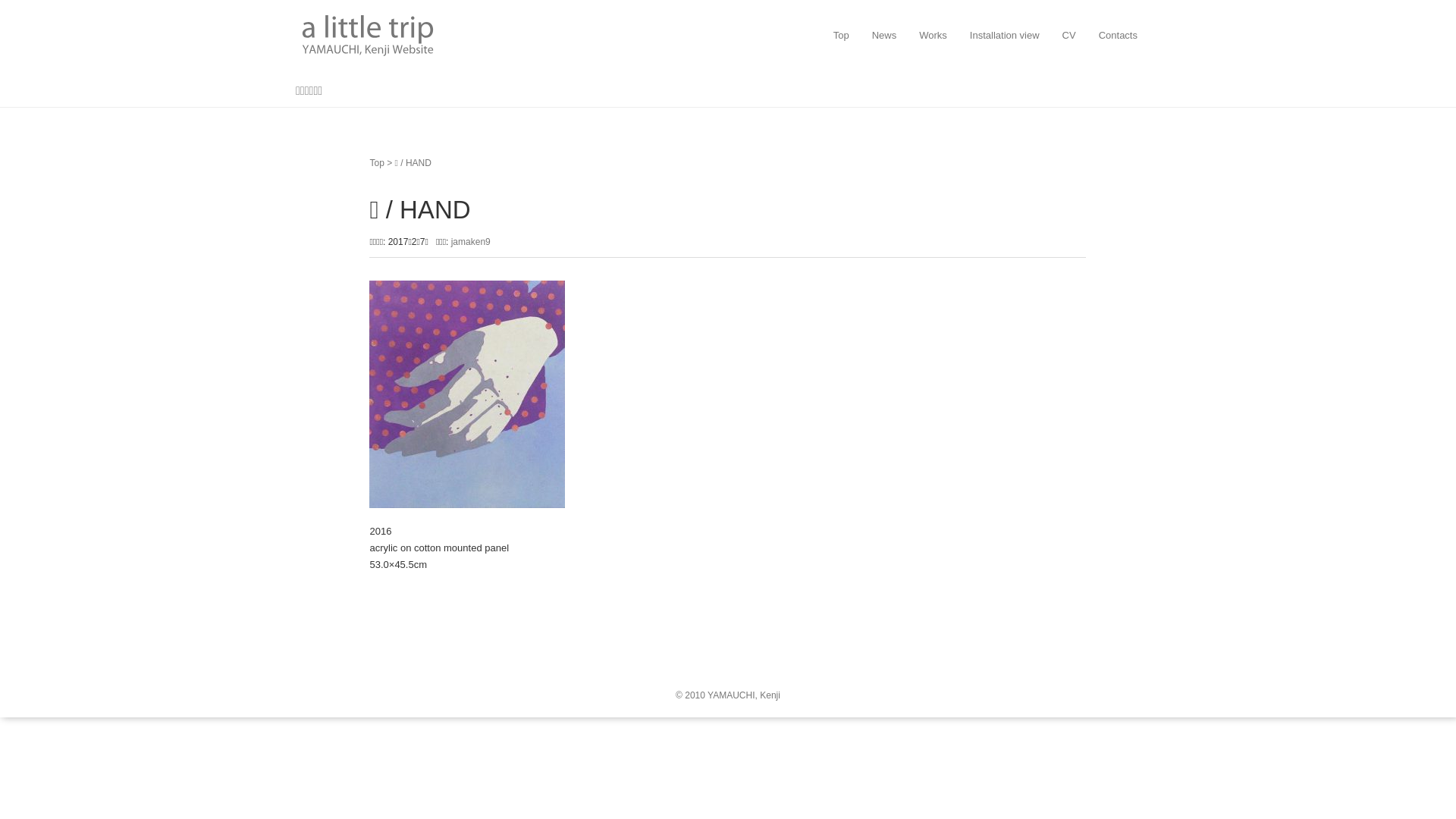  What do you see at coordinates (469, 241) in the screenshot?
I see `'jamaken9'` at bounding box center [469, 241].